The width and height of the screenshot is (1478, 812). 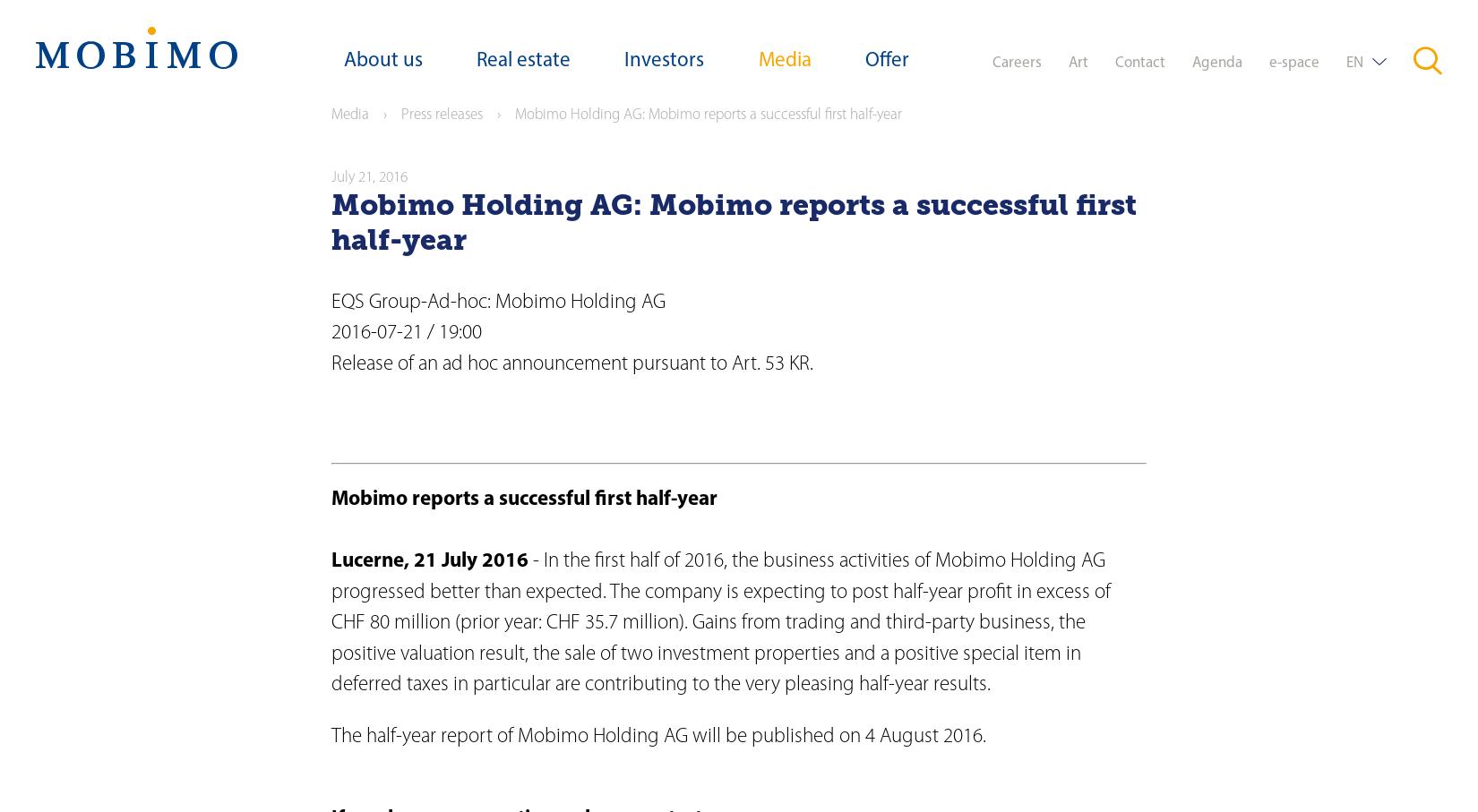 What do you see at coordinates (663, 61) in the screenshot?
I see `'Investors'` at bounding box center [663, 61].